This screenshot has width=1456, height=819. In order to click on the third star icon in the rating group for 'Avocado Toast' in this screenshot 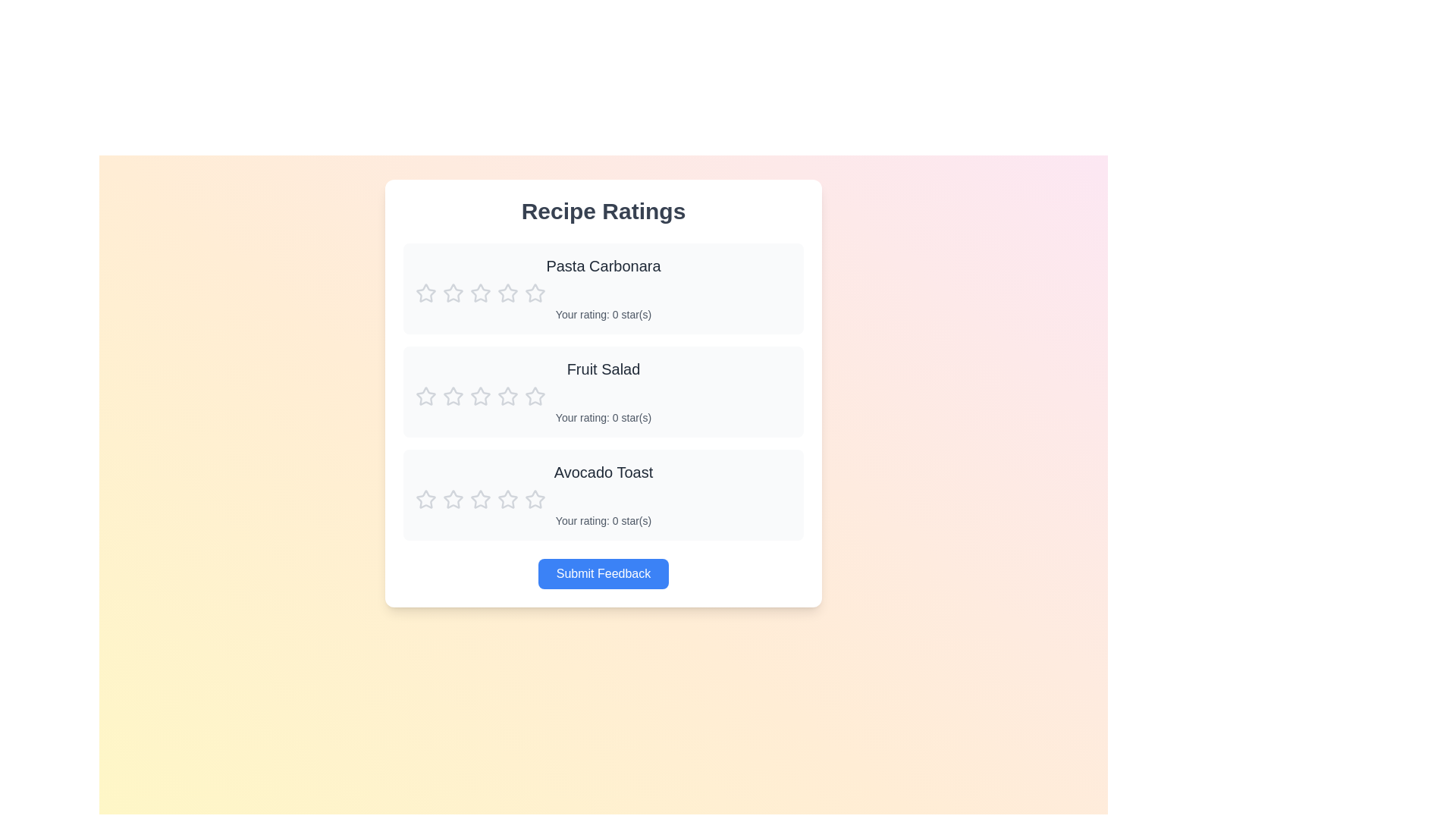, I will do `click(453, 500)`.